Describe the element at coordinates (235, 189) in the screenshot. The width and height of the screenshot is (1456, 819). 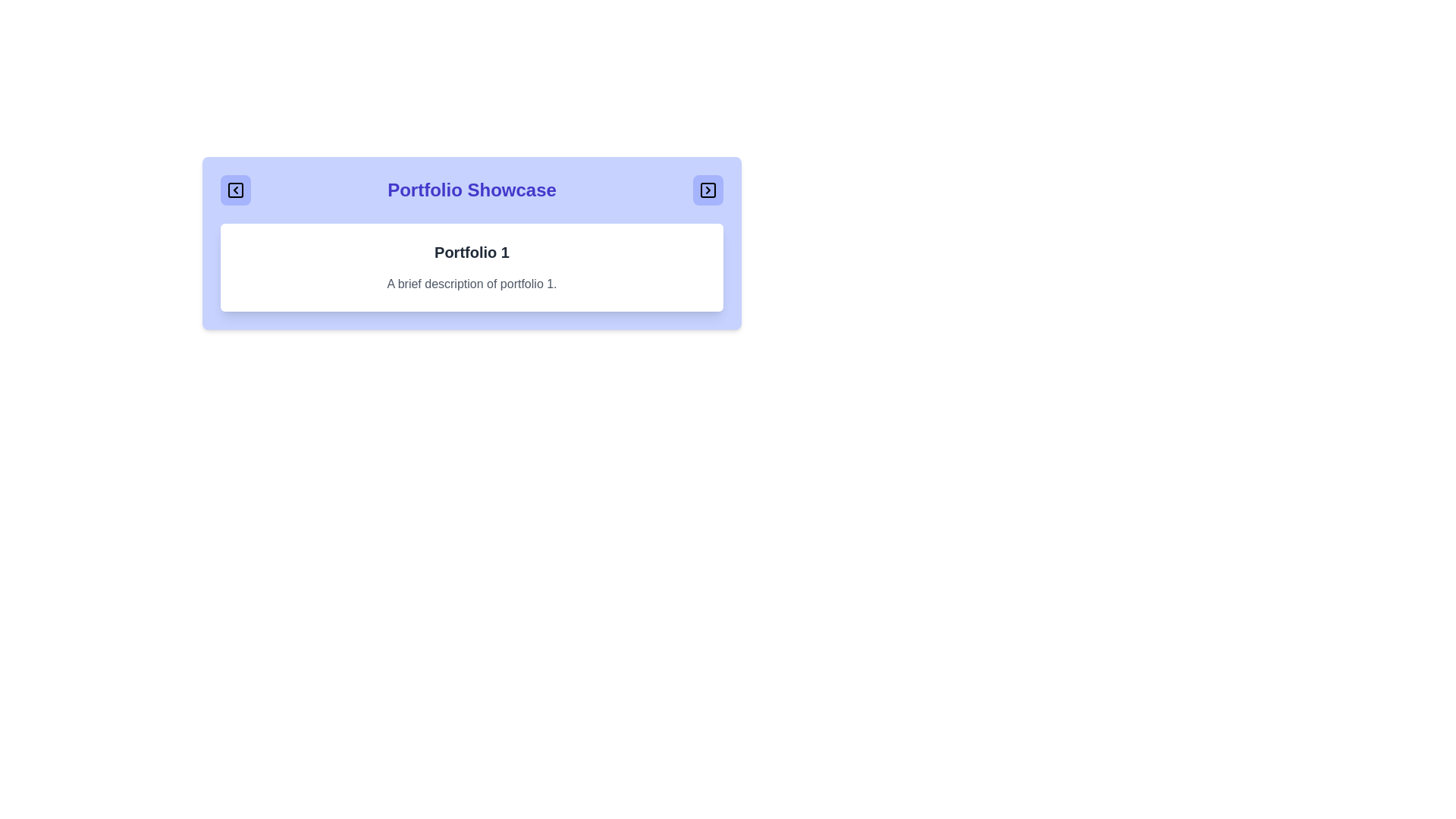
I see `the square SVG graphical element, which is part of the left-facing chevron icon indicating navigation options, located at the top-left corner of the 'Portfolio Showcase' card` at that location.